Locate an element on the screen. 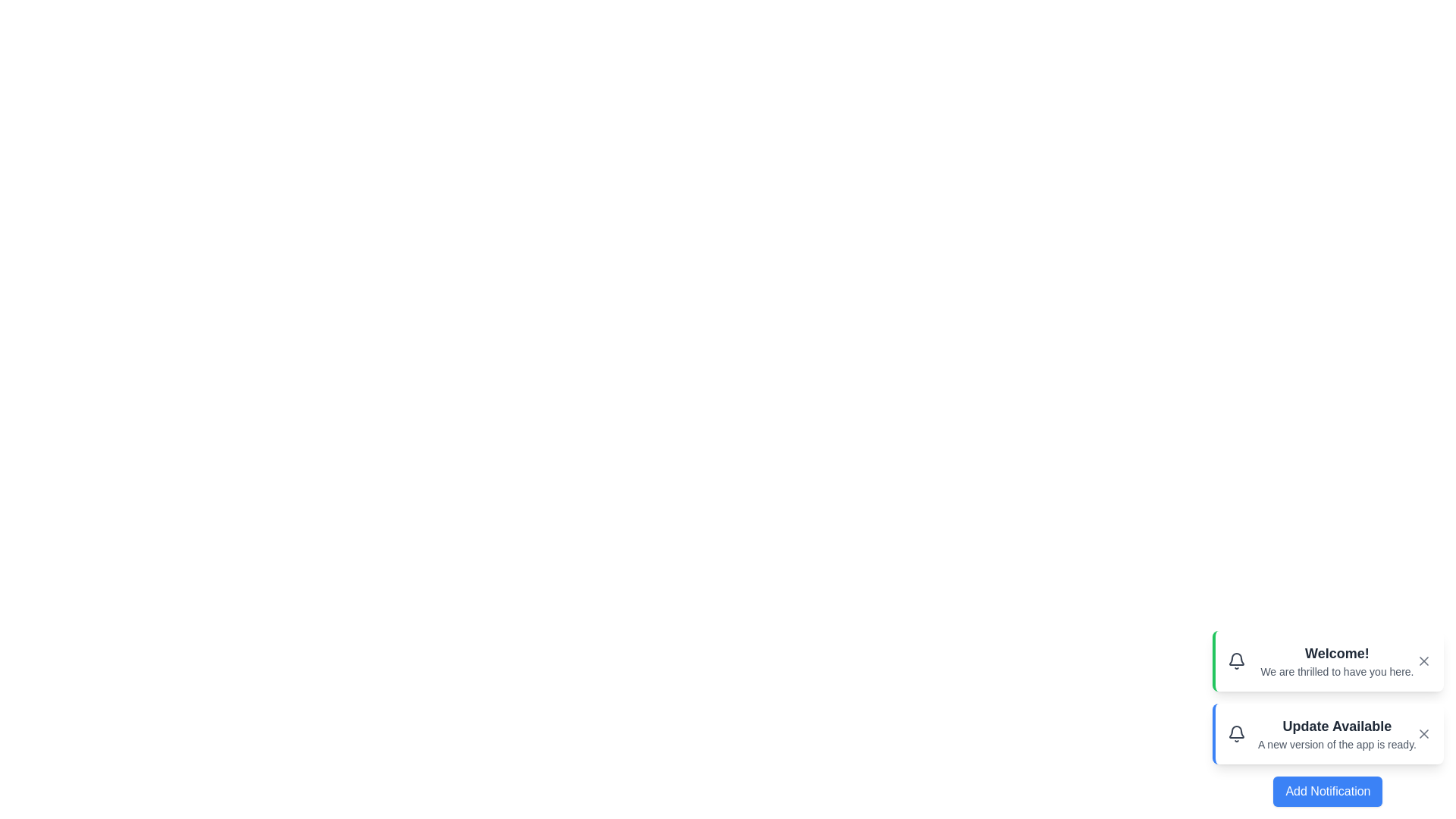 This screenshot has height=819, width=1456. 'Add Notification' button to add a new notification is located at coordinates (1327, 791).